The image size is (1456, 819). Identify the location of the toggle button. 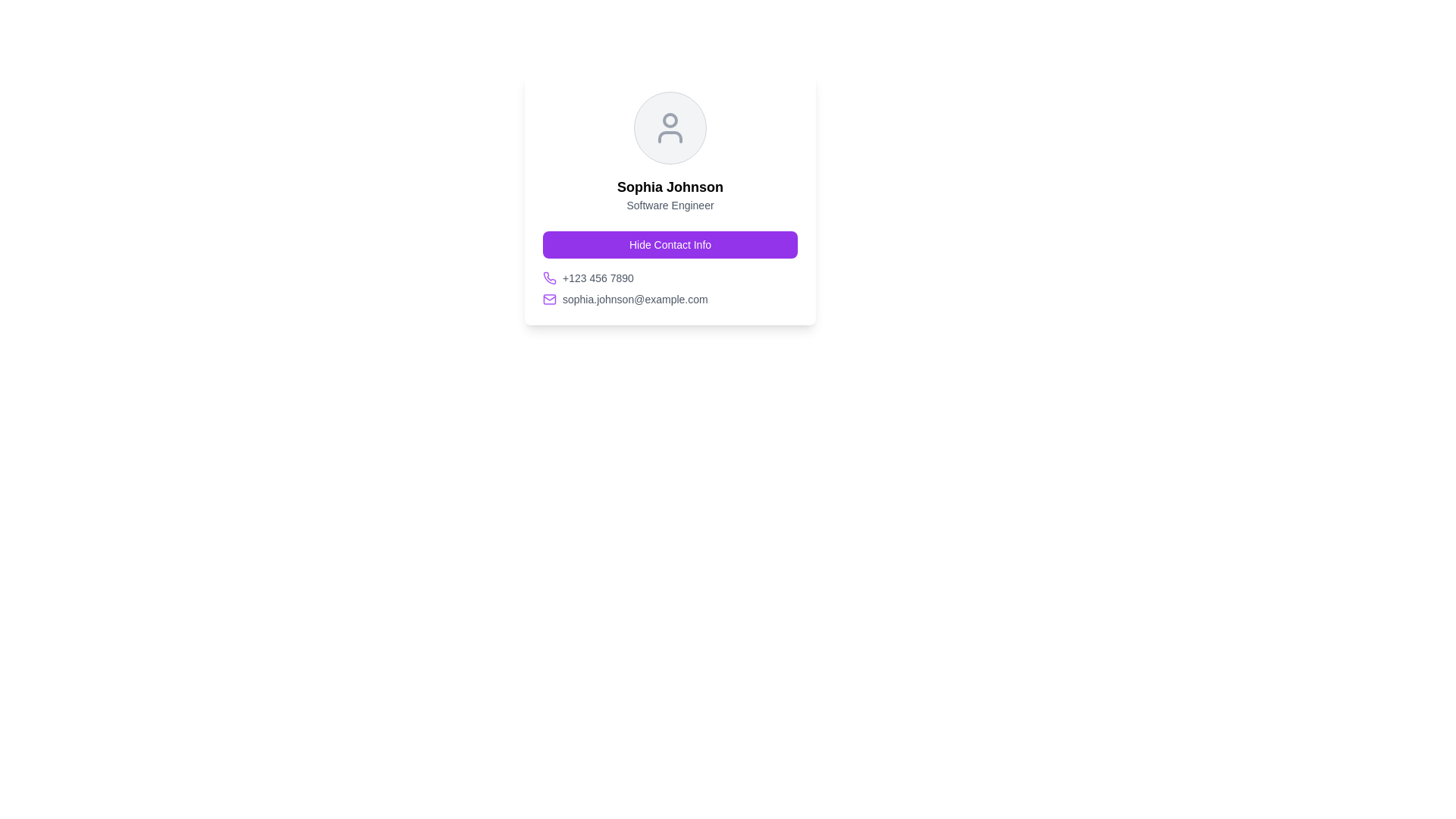
(669, 244).